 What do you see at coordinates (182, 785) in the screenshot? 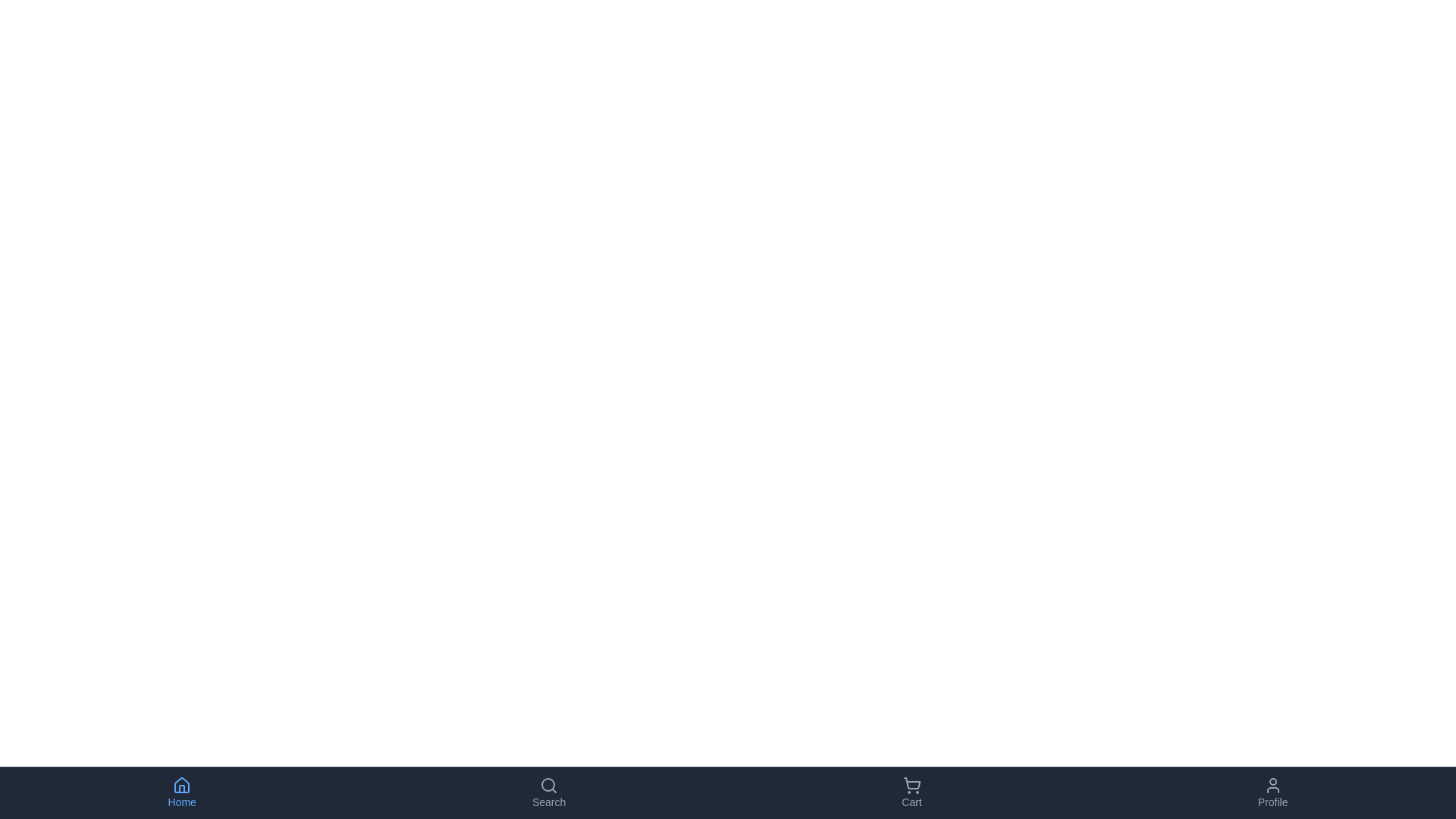
I see `the house-shaped icon with a blue outline located above the text 'Home'` at bounding box center [182, 785].